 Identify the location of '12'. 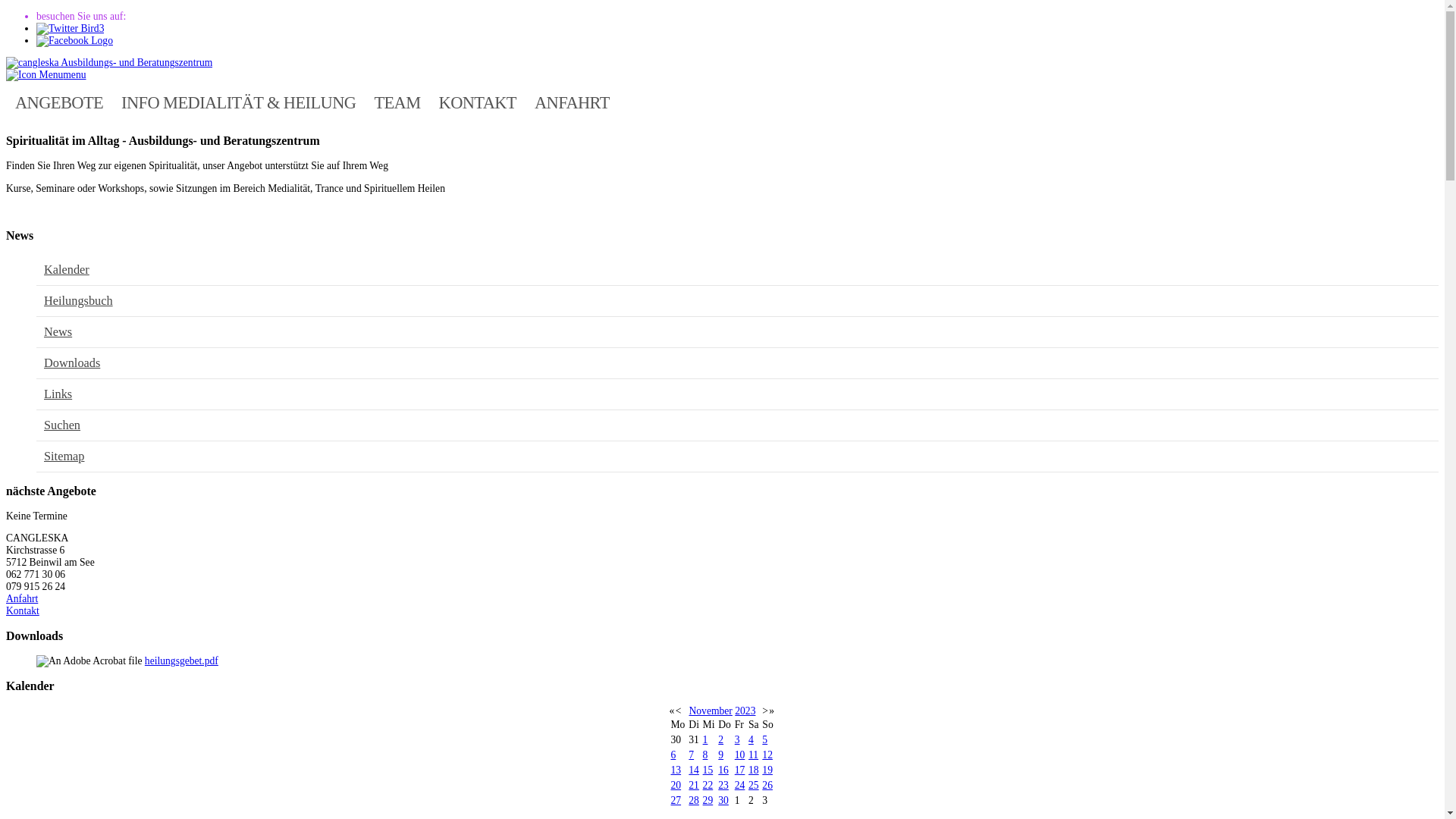
(767, 755).